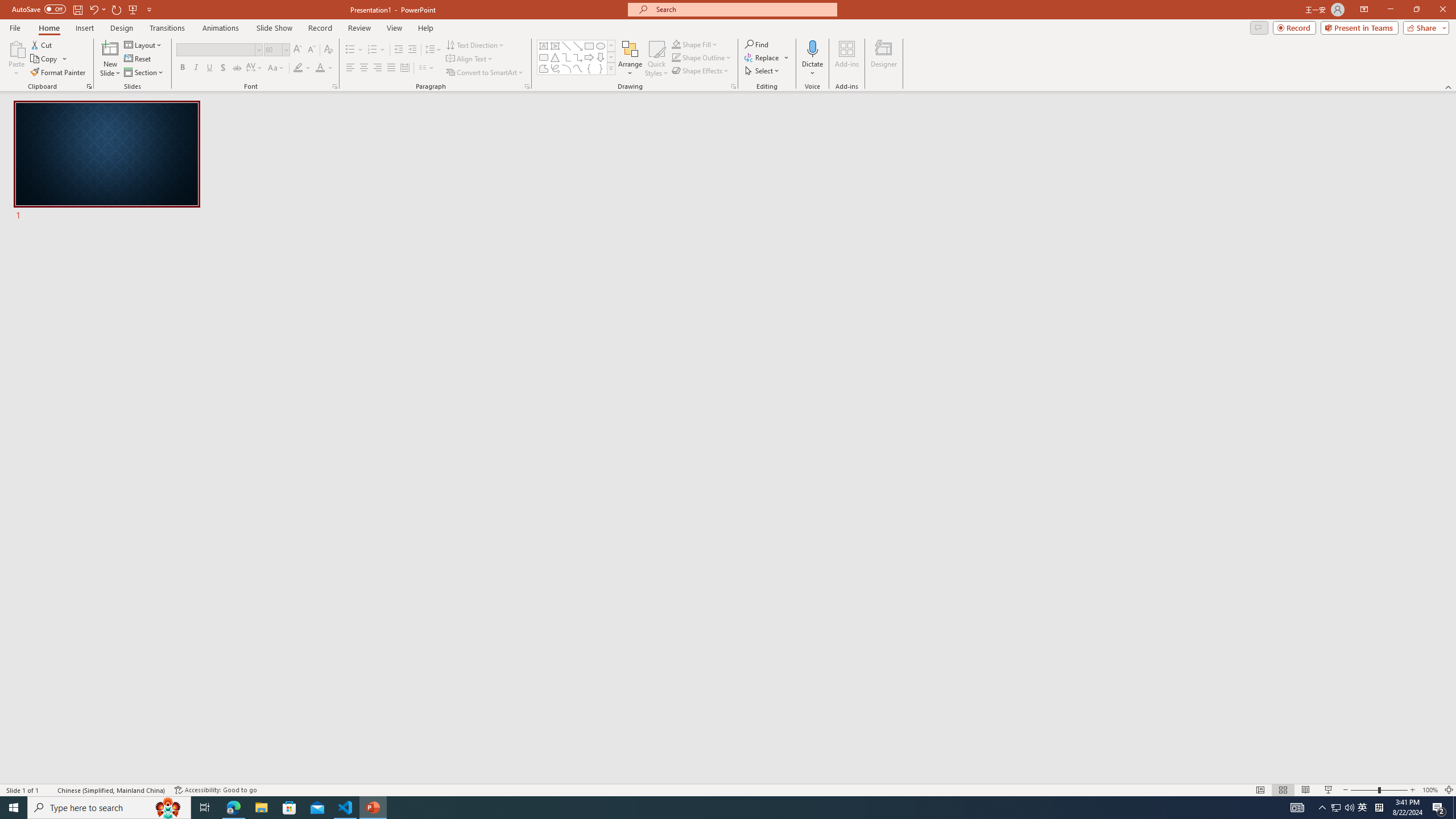 Image resolution: width=1456 pixels, height=819 pixels. Describe the element at coordinates (812, 68) in the screenshot. I see `'More Options'` at that location.